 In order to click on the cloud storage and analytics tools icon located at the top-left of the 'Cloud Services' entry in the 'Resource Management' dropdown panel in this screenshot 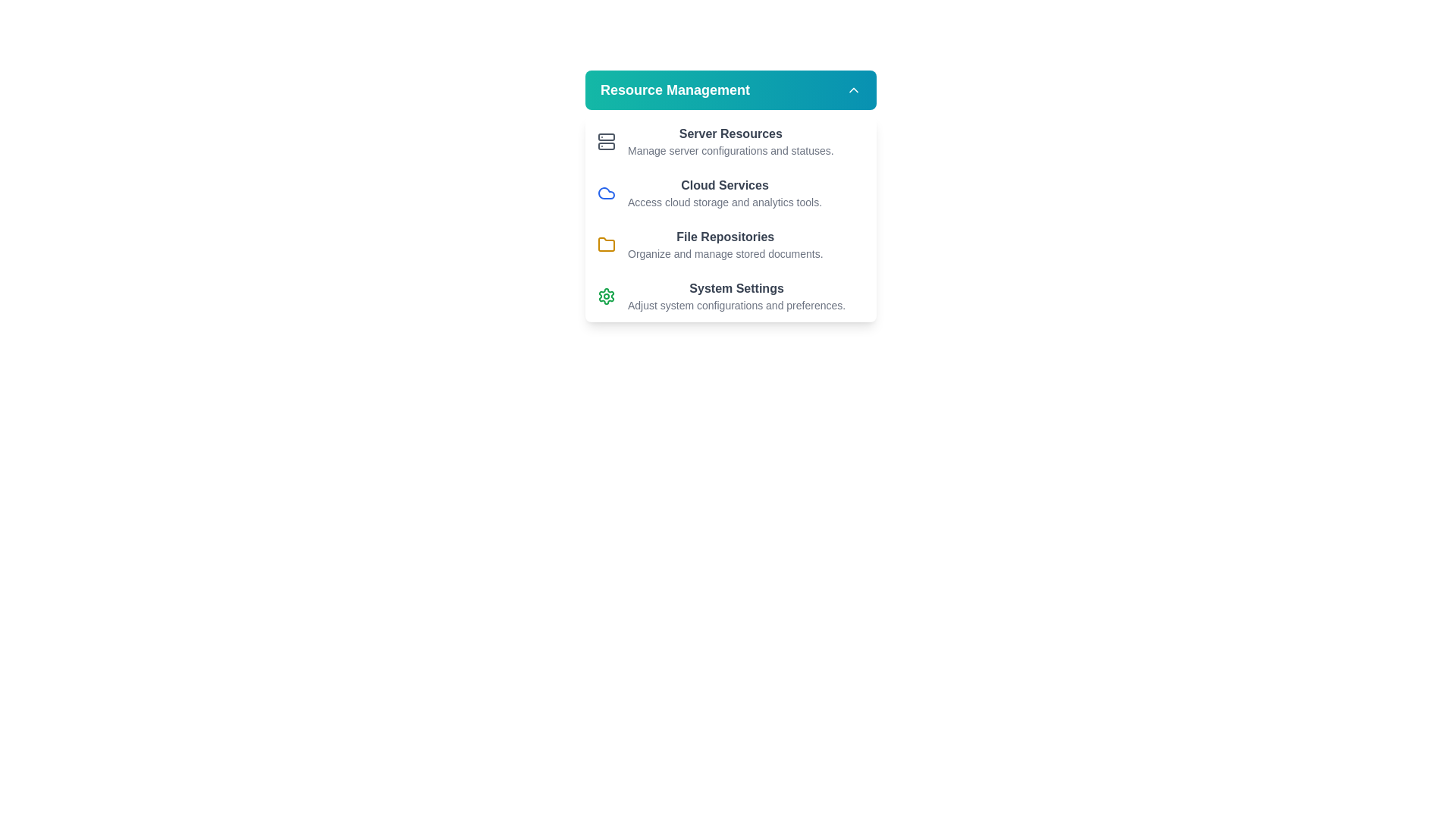, I will do `click(607, 192)`.